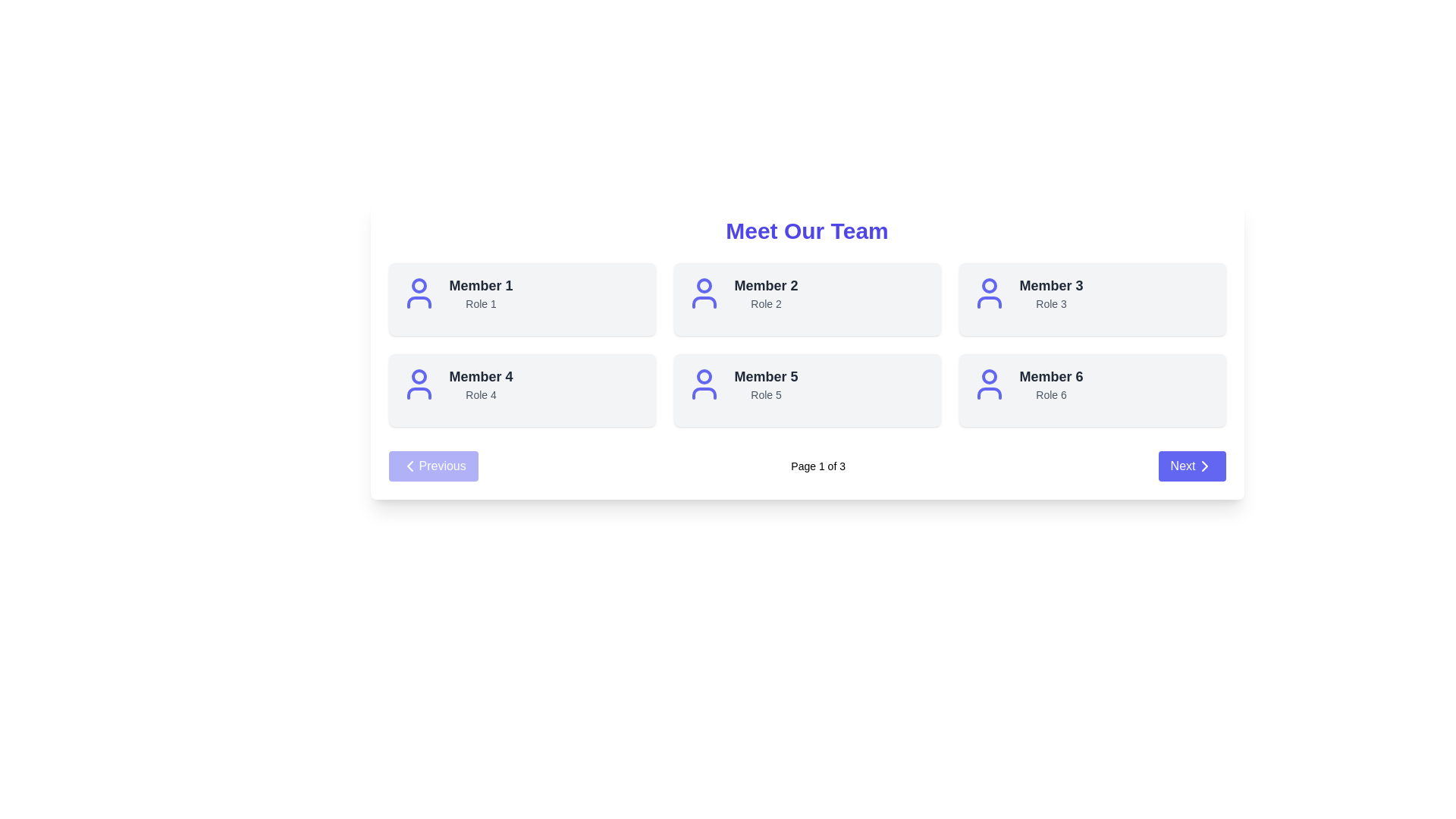 This screenshot has height=819, width=1456. I want to click on the third card component in a 3-column grid layout, which displays 'Member 3' and 'Role 3', so click(1092, 299).